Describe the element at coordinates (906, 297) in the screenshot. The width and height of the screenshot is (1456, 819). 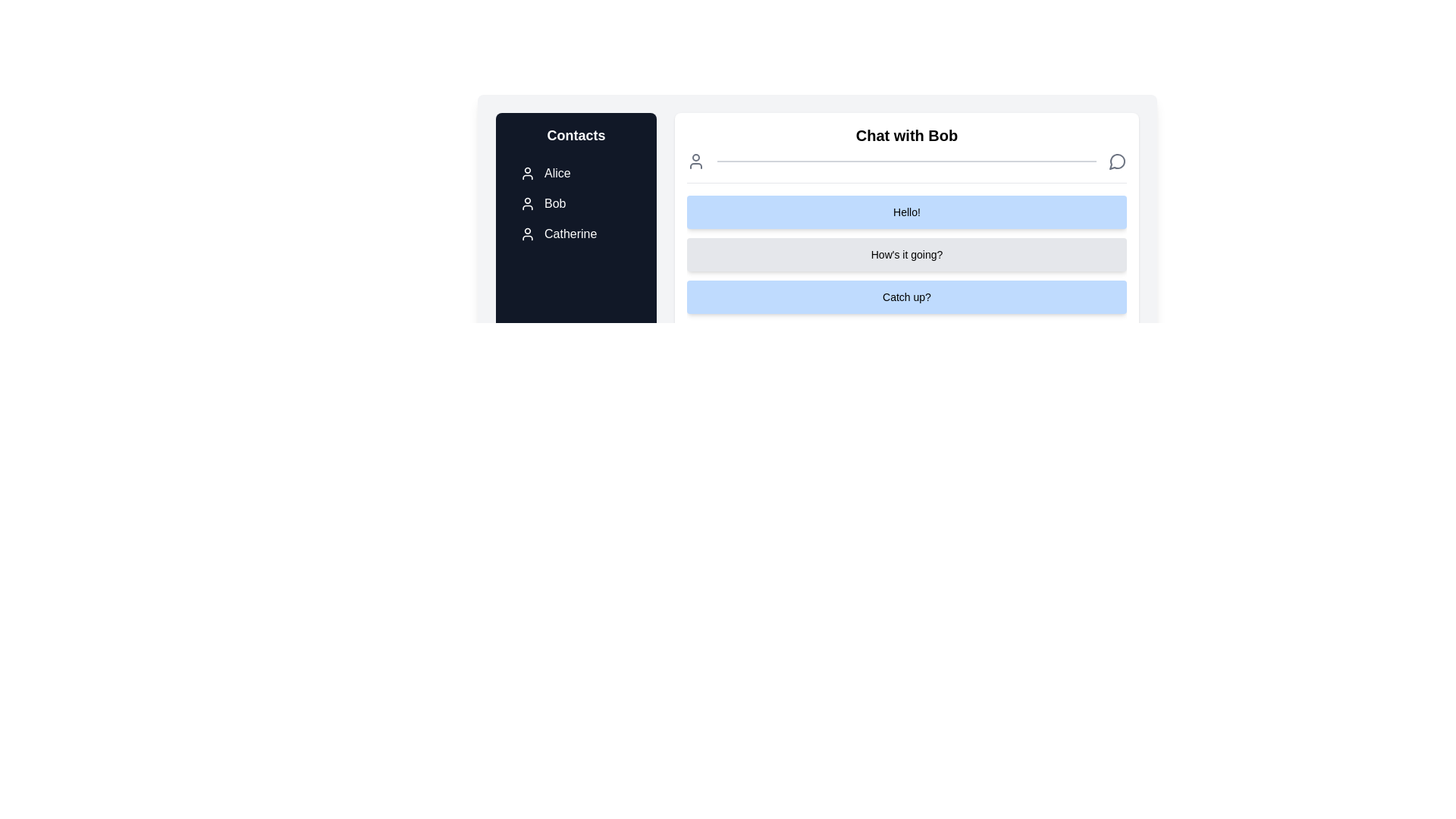
I see `the chat message bubble located at the bottom of the chat thread in the 'Chat with Bob' panel, which represents a chat message in a conversation` at that location.